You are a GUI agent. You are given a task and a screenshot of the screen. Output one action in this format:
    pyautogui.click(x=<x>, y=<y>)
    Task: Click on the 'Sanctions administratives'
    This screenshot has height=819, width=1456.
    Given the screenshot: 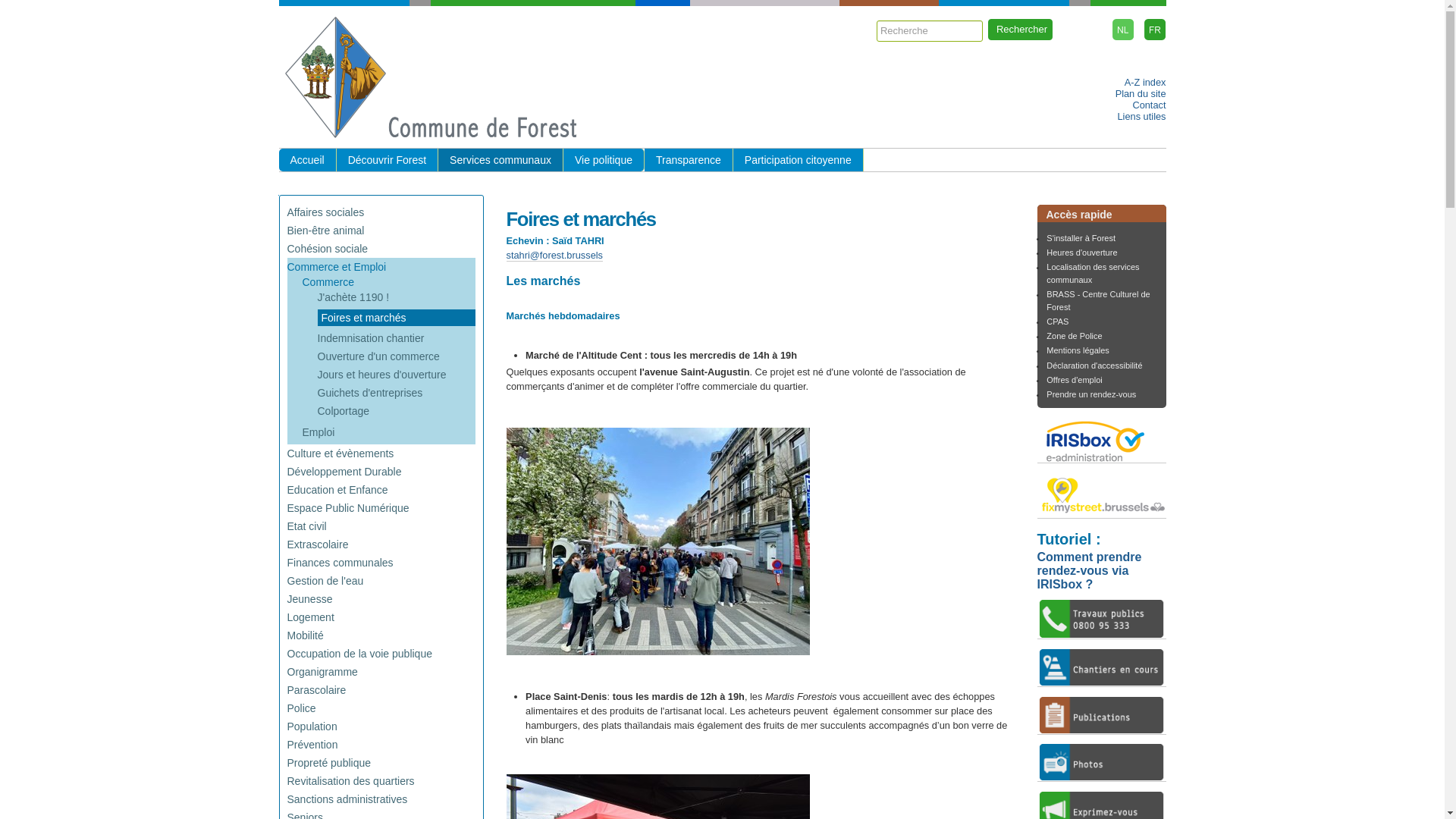 What is the action you would take?
    pyautogui.click(x=346, y=798)
    